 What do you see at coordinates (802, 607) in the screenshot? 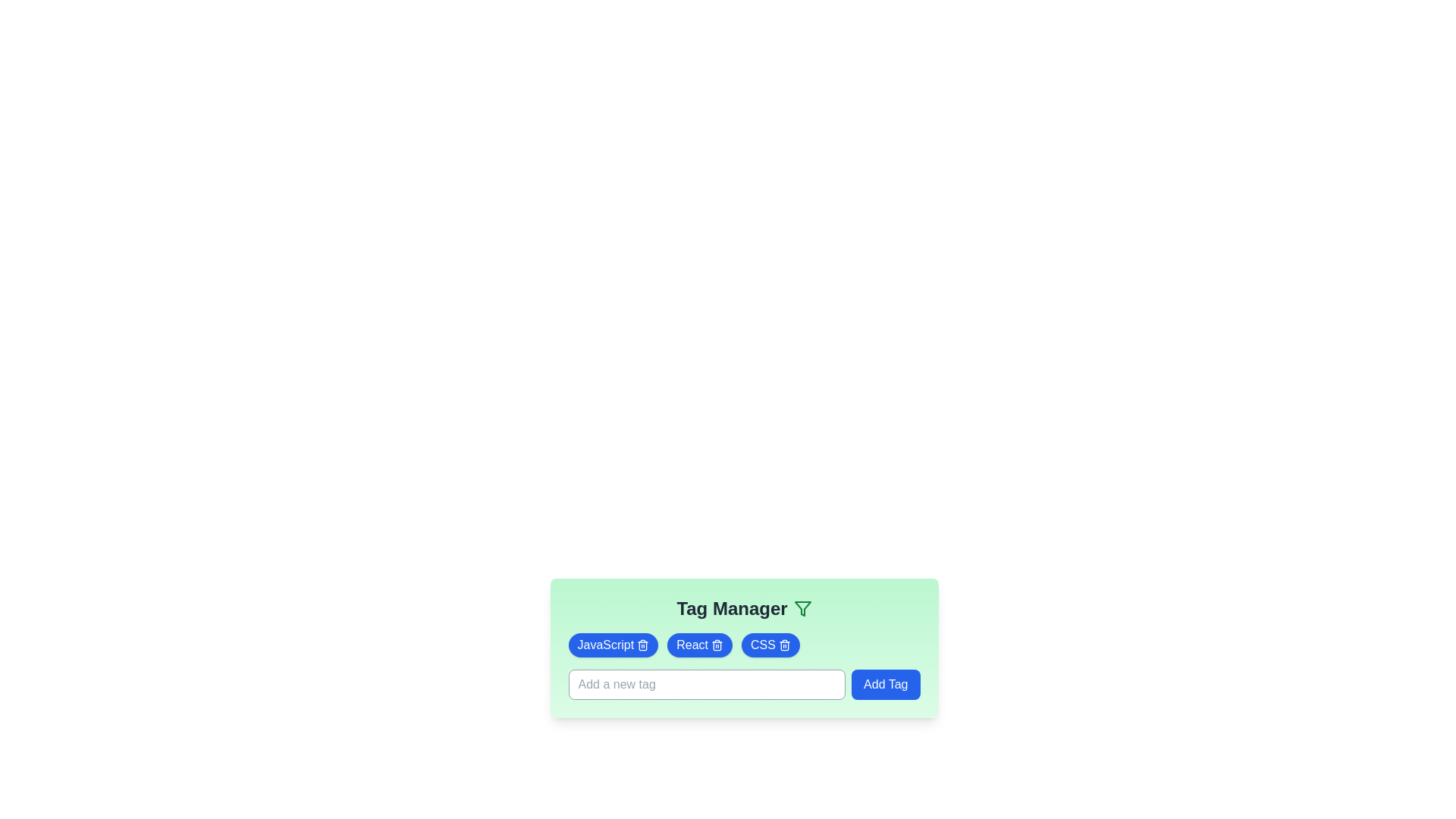
I see `the filter icon with green outlines on a mint-green background located at the top-right of the 'Tag Manager' title header area` at bounding box center [802, 607].